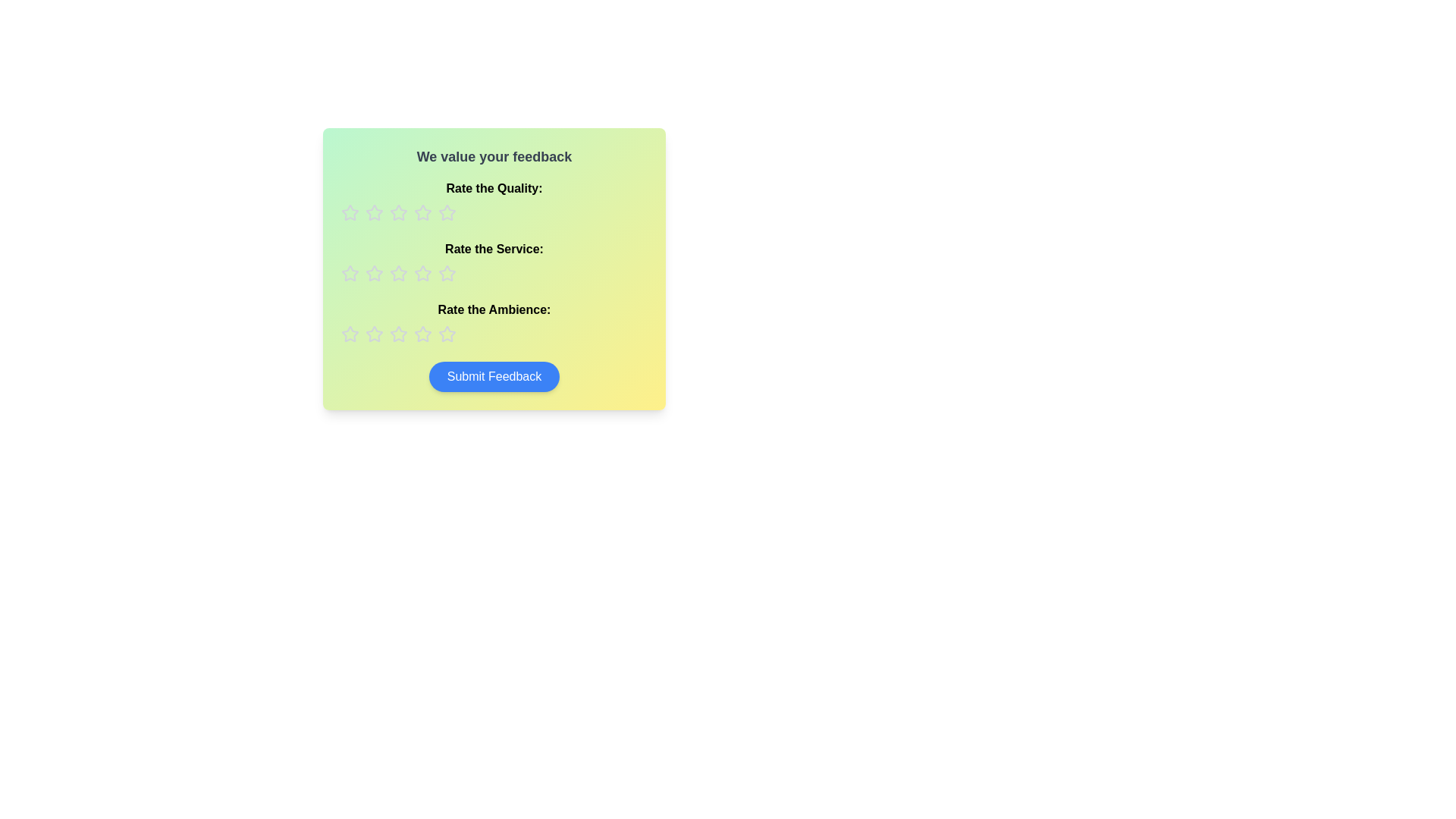 This screenshot has height=819, width=1456. I want to click on the star icons in the Rating component, so click(494, 213).